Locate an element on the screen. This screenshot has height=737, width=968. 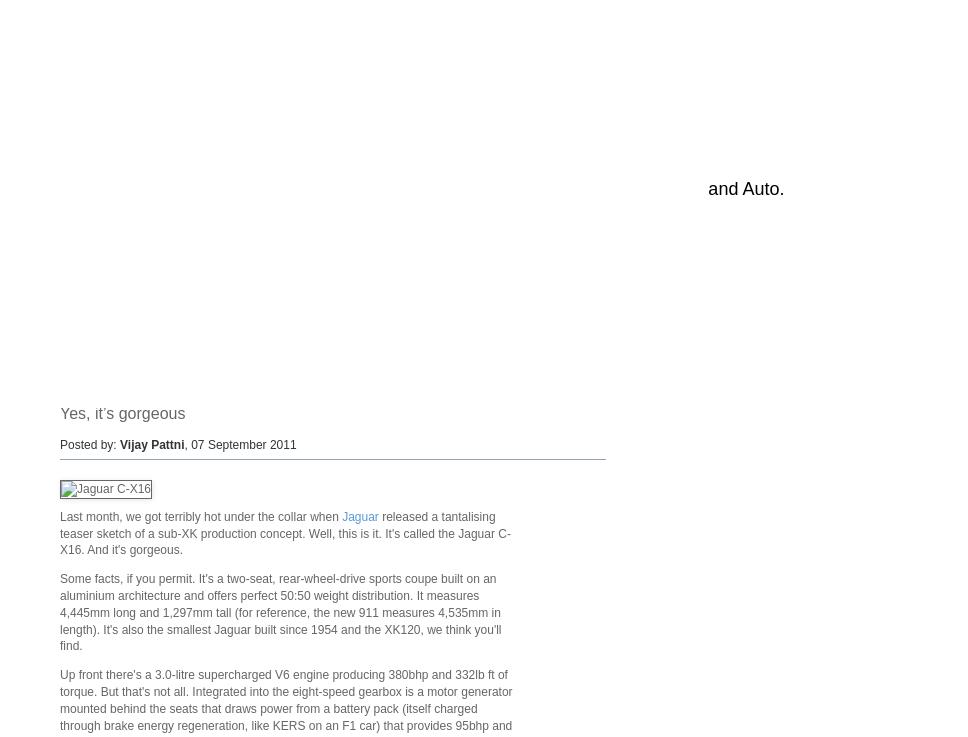
'Jaguar' is located at coordinates (341, 514).